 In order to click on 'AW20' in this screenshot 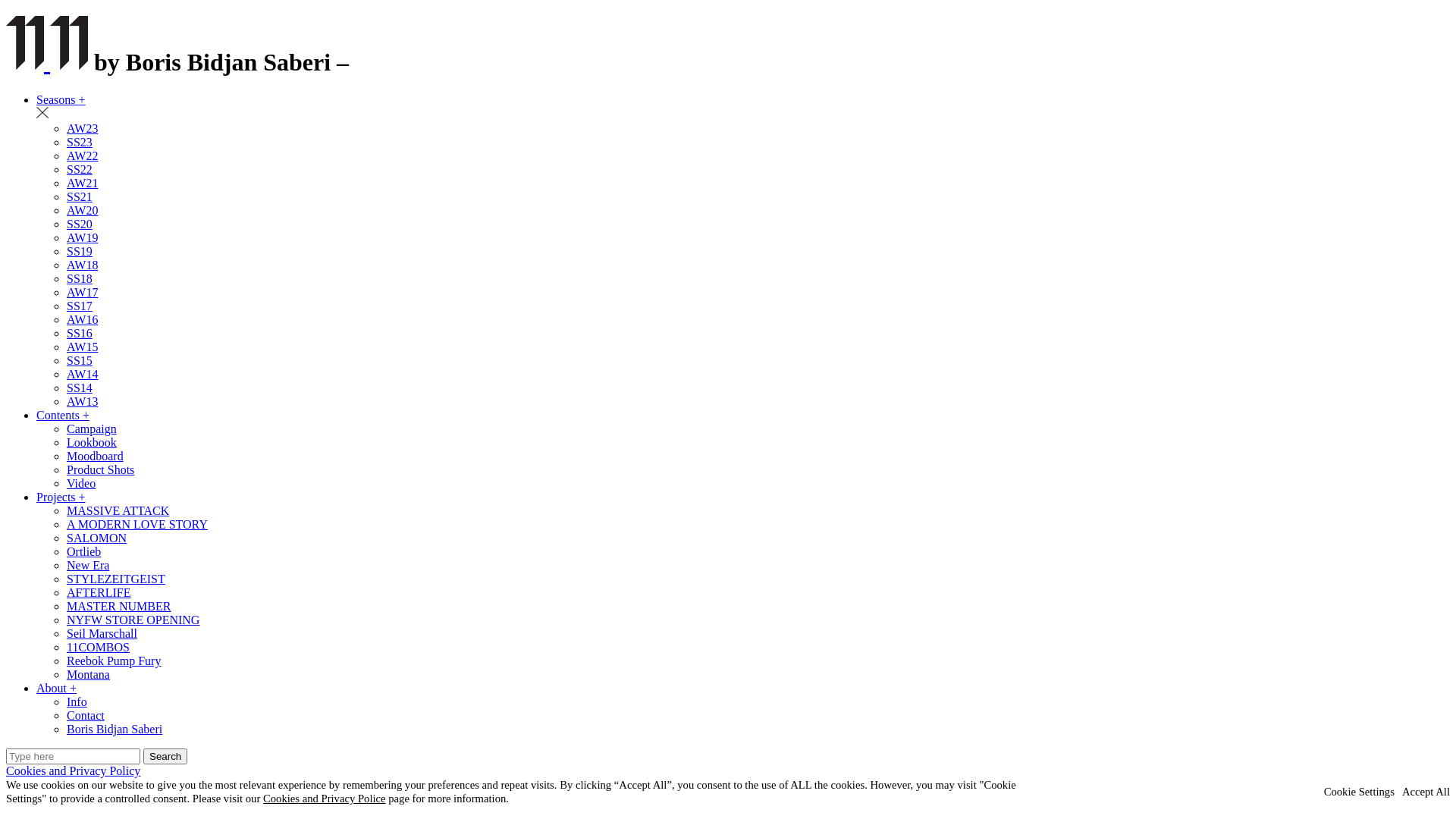, I will do `click(81, 210)`.